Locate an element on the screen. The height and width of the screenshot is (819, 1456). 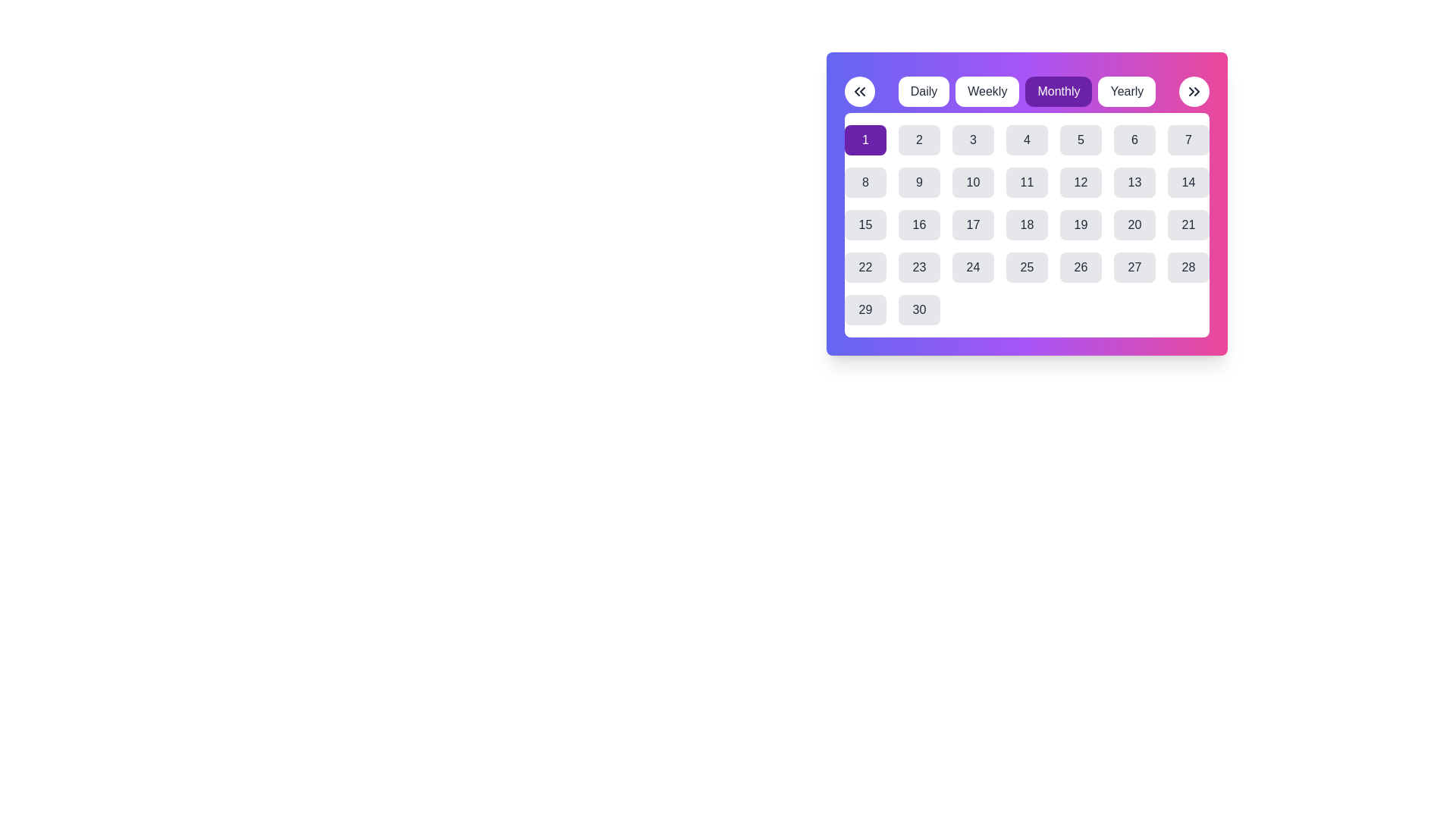
the button representing the date '30' in the calendar located in the last row and second column of the grid layout is located at coordinates (918, 309).